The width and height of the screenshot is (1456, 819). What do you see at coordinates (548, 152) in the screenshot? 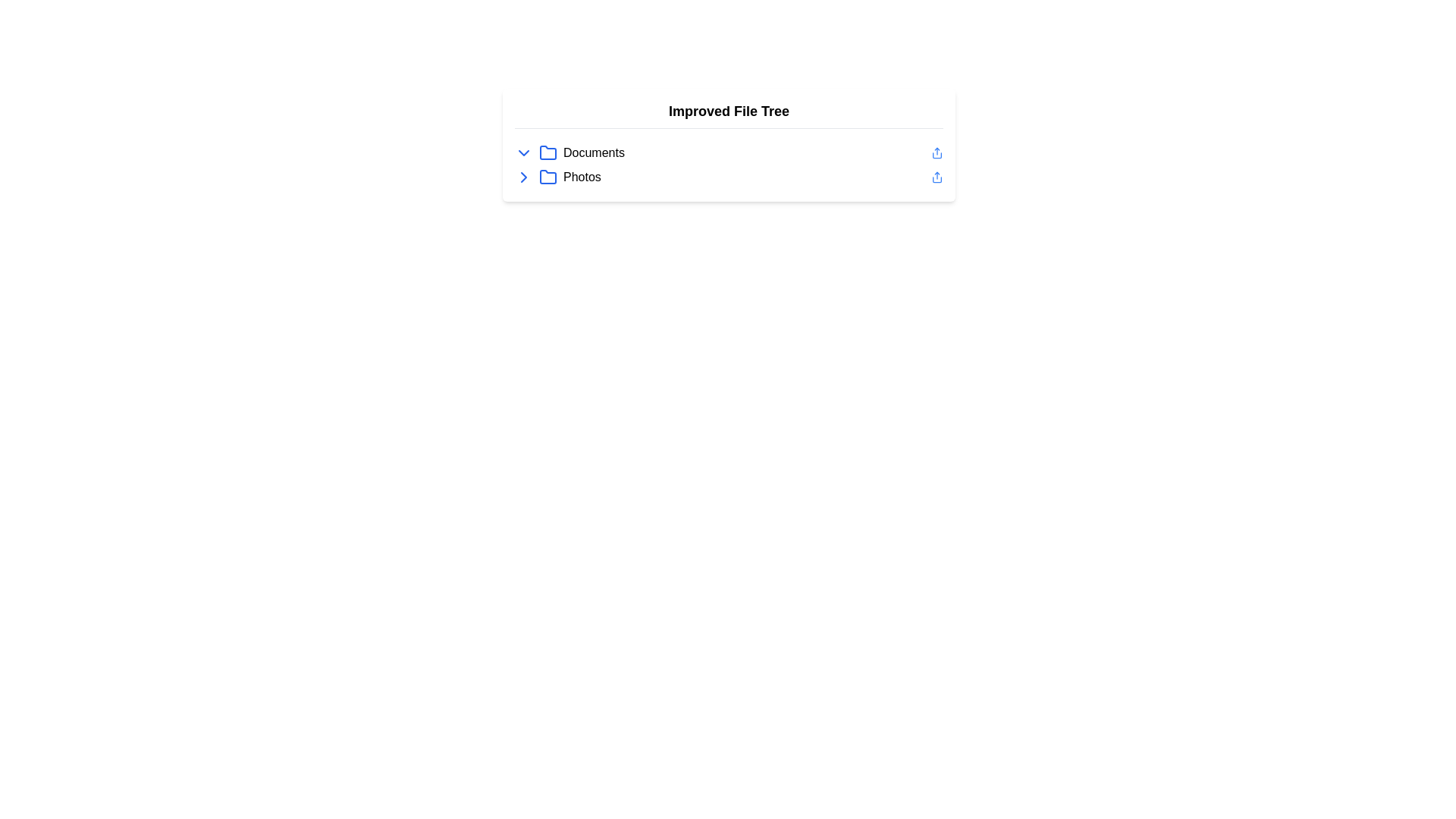
I see `the folder icon representing the 'Documents' directory in the file tree` at bounding box center [548, 152].